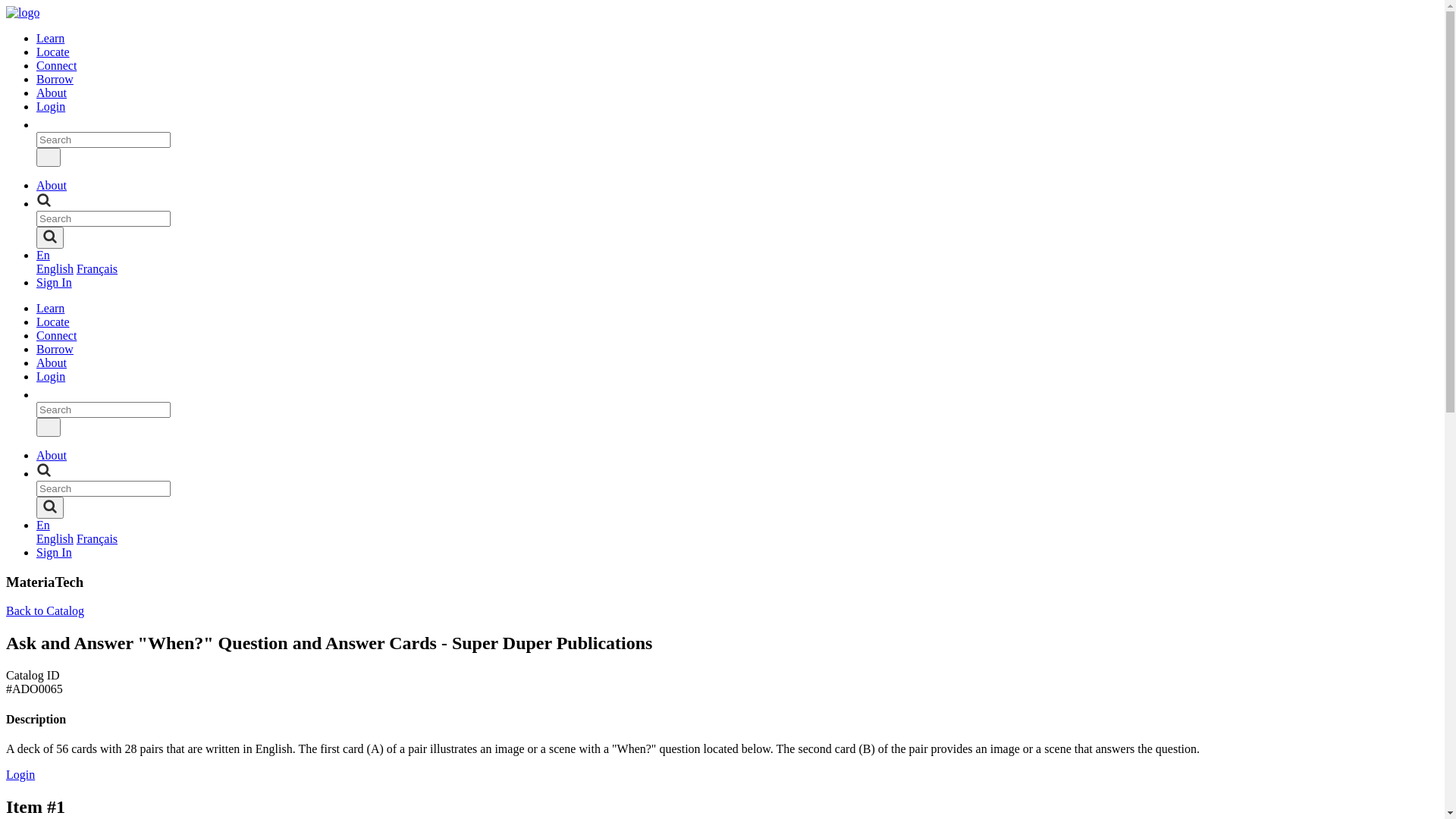 This screenshot has height=819, width=1456. Describe the element at coordinates (56, 64) in the screenshot. I see `'Connect'` at that location.